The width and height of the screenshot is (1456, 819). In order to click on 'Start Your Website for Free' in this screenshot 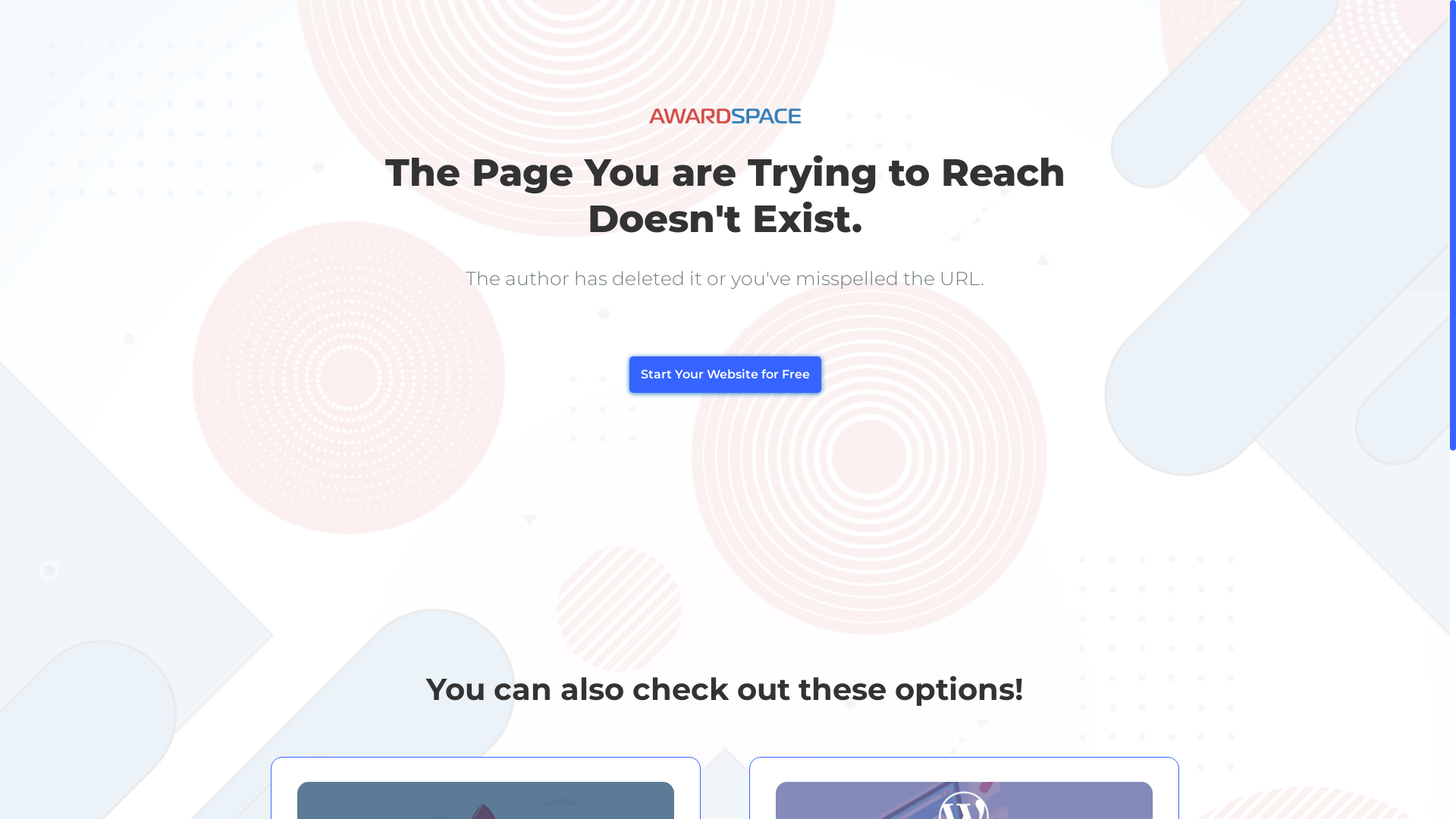, I will do `click(724, 374)`.